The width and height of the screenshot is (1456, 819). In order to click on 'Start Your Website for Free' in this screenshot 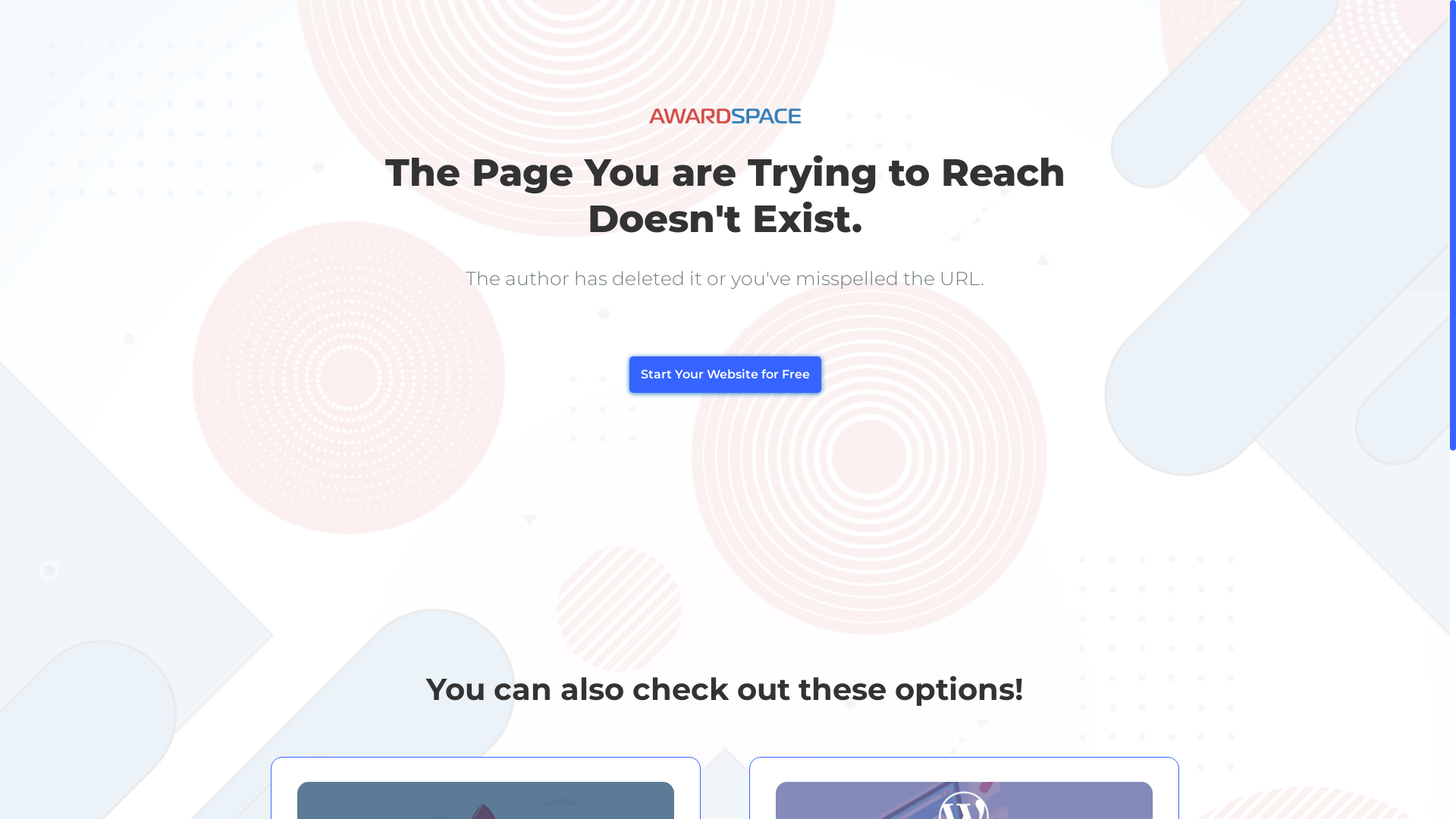, I will do `click(724, 374)`.